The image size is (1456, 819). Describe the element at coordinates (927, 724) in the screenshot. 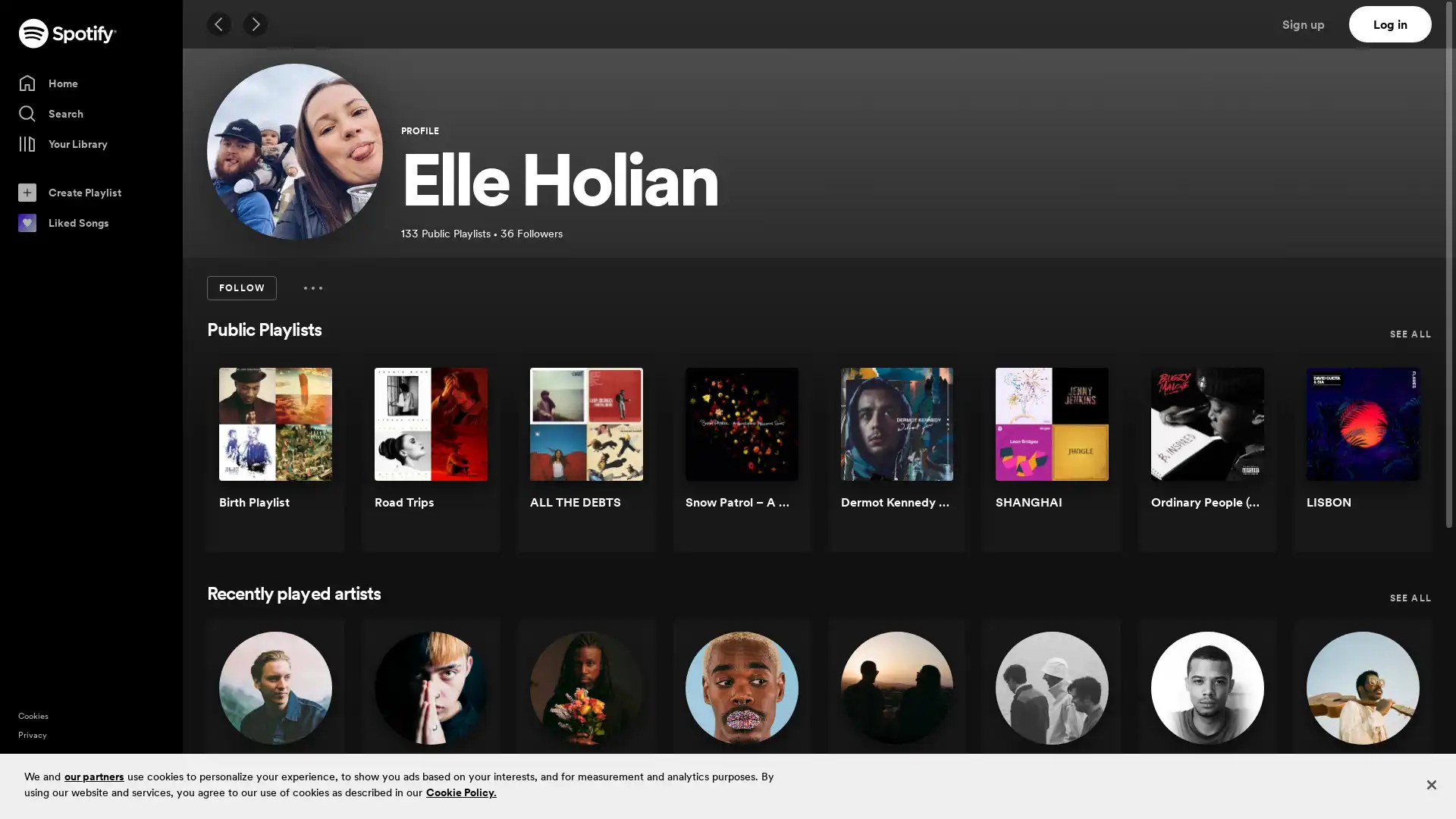

I see `Play Jungle` at that location.